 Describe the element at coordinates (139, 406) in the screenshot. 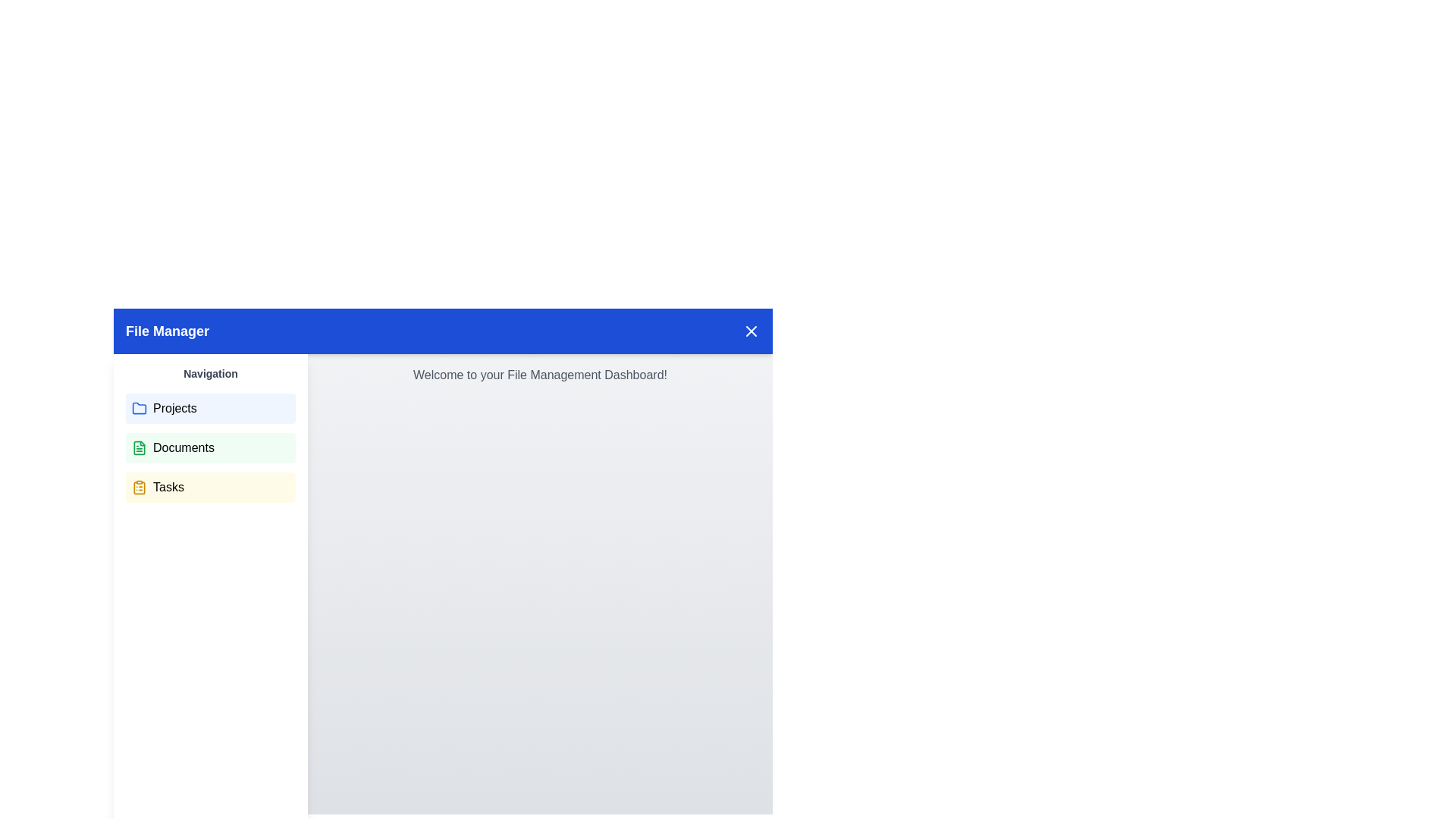

I see `the folder-shaped icon in the navigation menu` at that location.